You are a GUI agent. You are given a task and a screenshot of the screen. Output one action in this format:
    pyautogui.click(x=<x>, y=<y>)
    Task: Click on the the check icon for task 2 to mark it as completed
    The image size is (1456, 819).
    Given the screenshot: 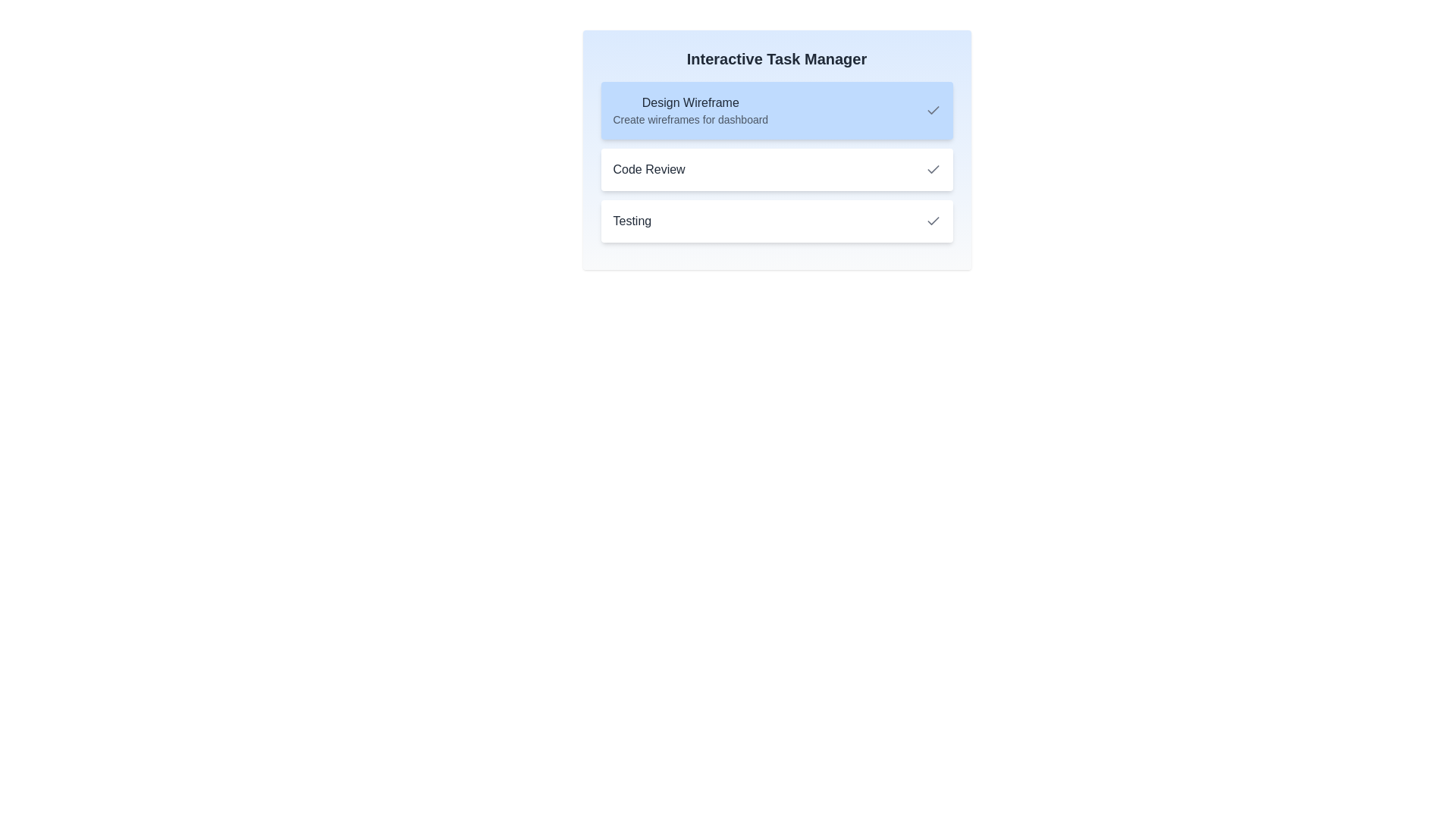 What is the action you would take?
    pyautogui.click(x=932, y=169)
    